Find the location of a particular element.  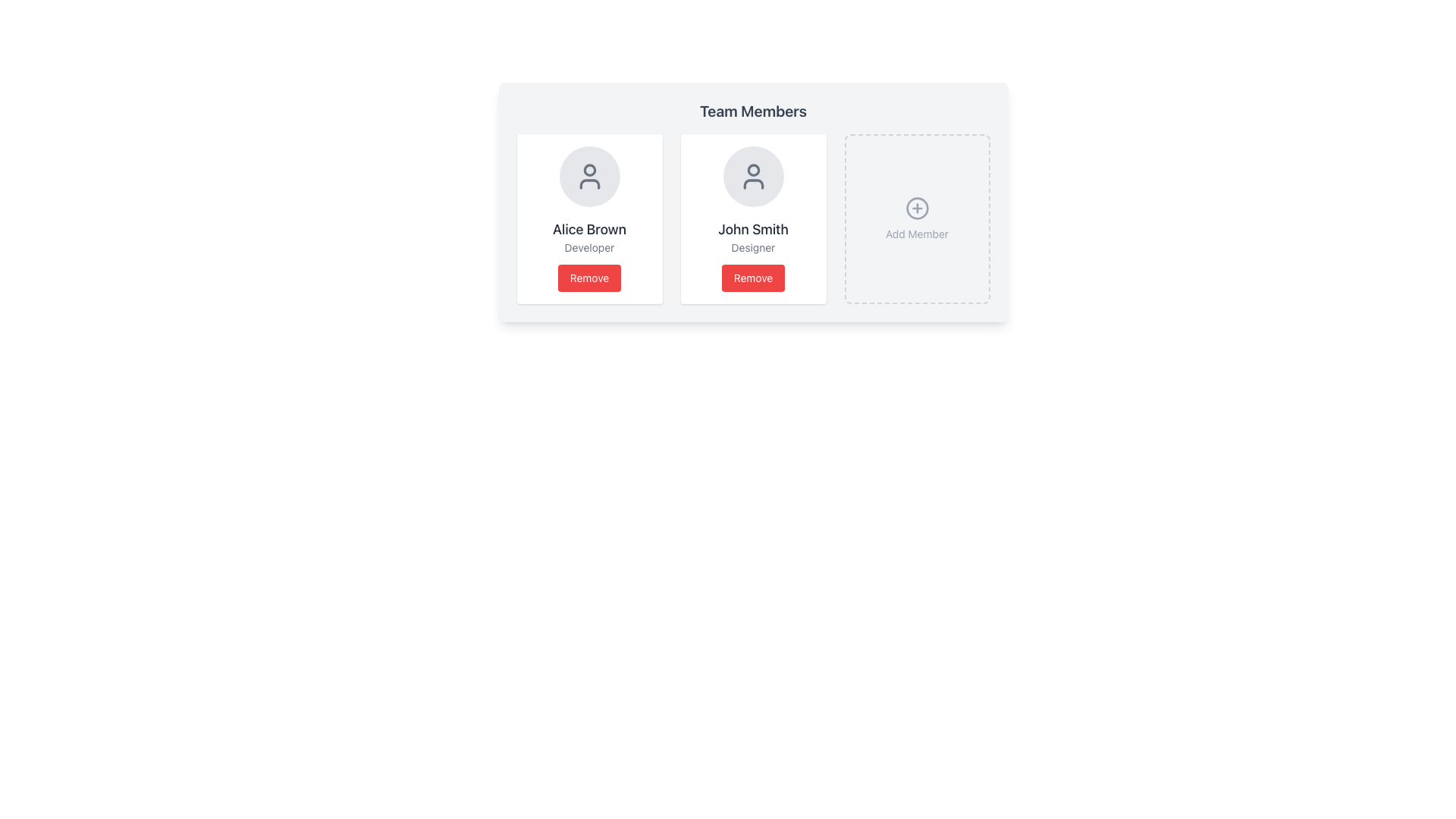

the user icon element located in the 'Team Members' row, positioned centrally above the name 'John Smith' and their role 'Designer' is located at coordinates (753, 175).